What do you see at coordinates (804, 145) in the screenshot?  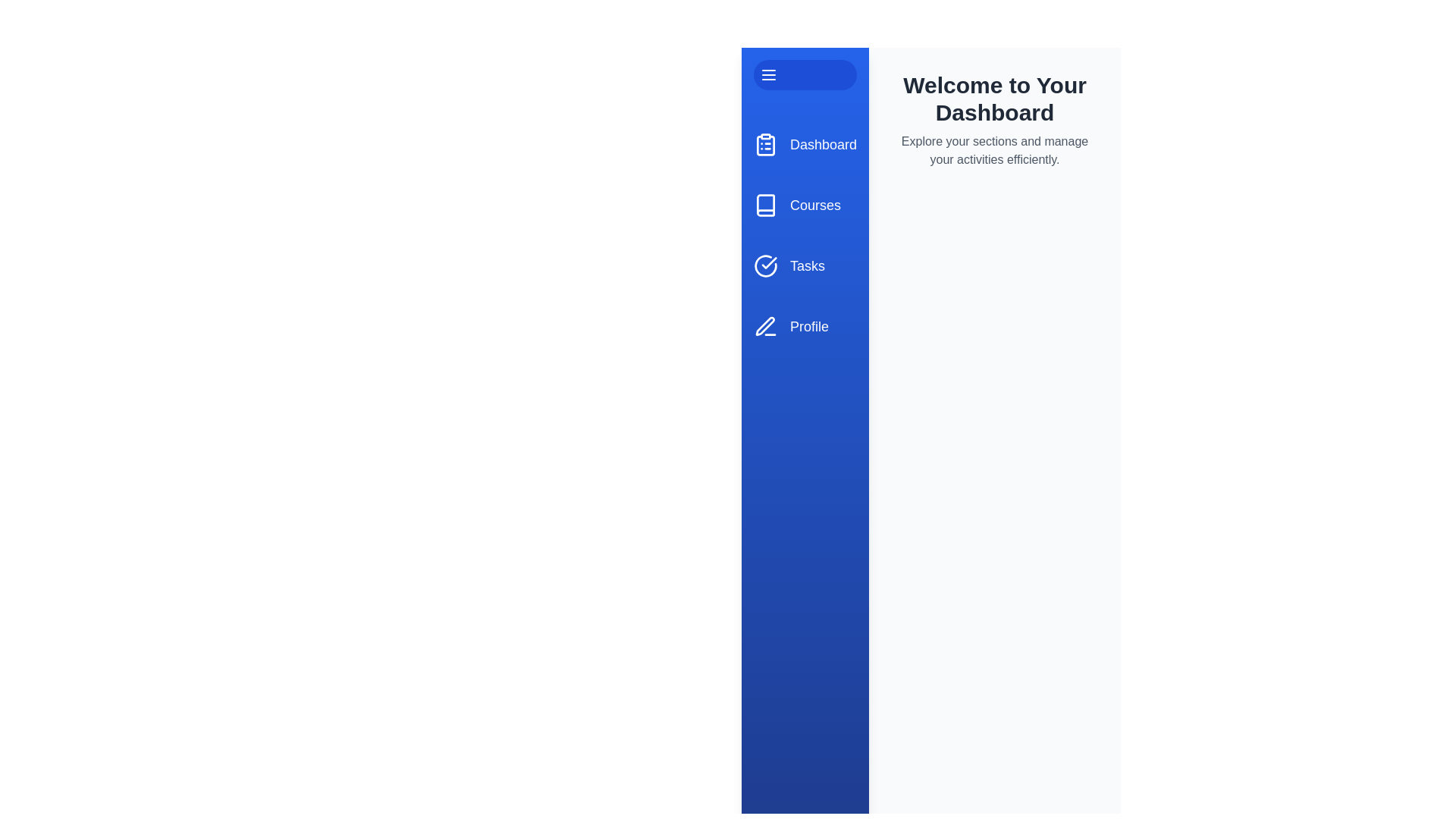 I see `the menu item labeled Dashboard to navigate` at bounding box center [804, 145].